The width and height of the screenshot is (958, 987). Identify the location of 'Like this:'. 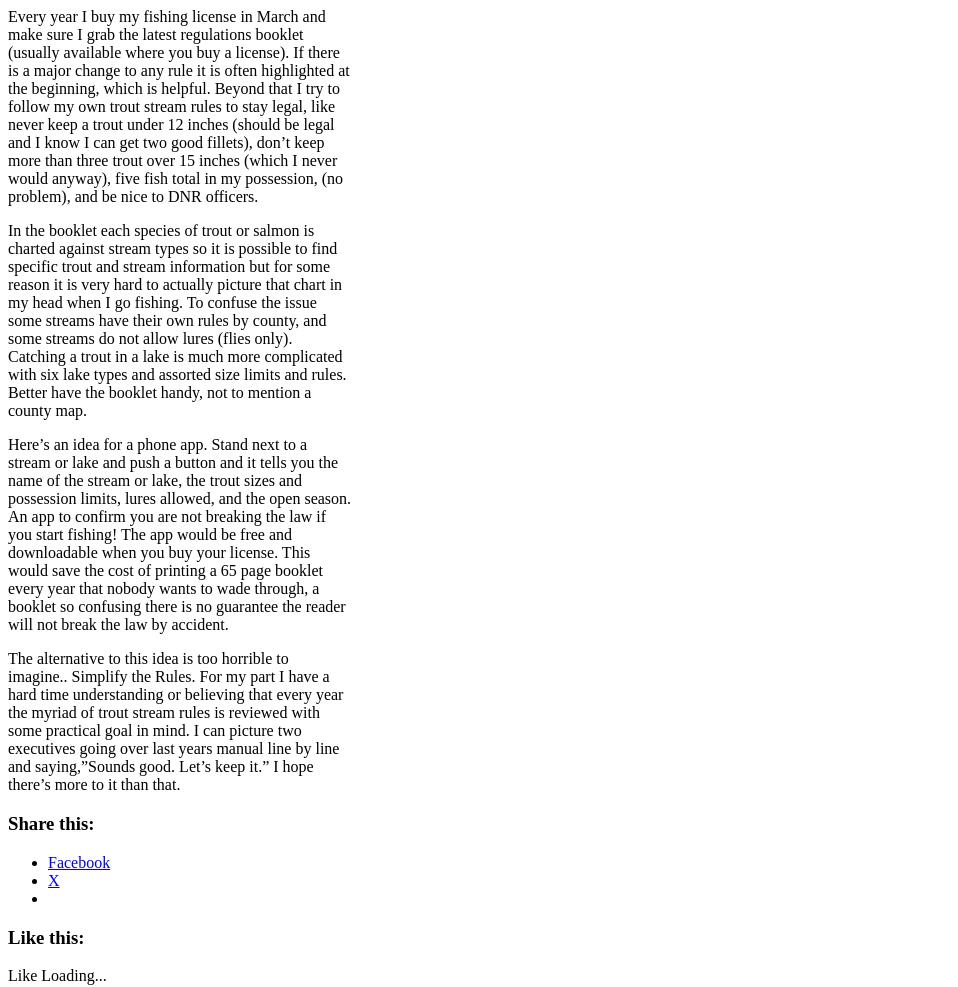
(44, 936).